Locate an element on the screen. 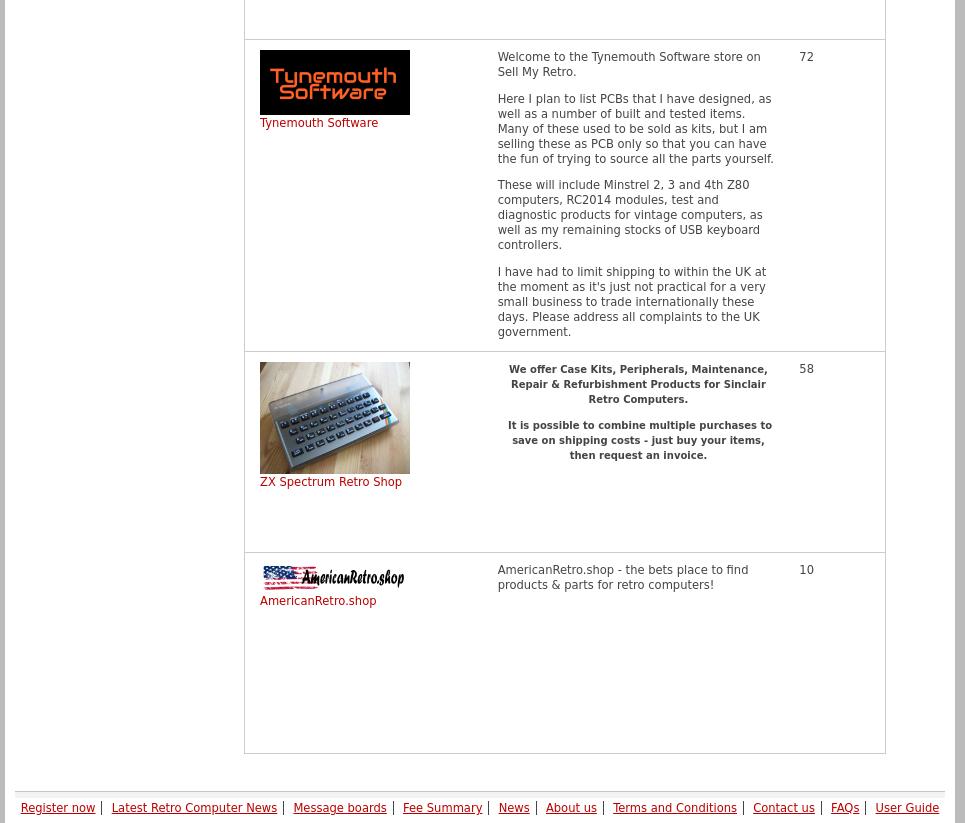 The height and width of the screenshot is (823, 965). 'Tynemouth Software' is located at coordinates (318, 123).